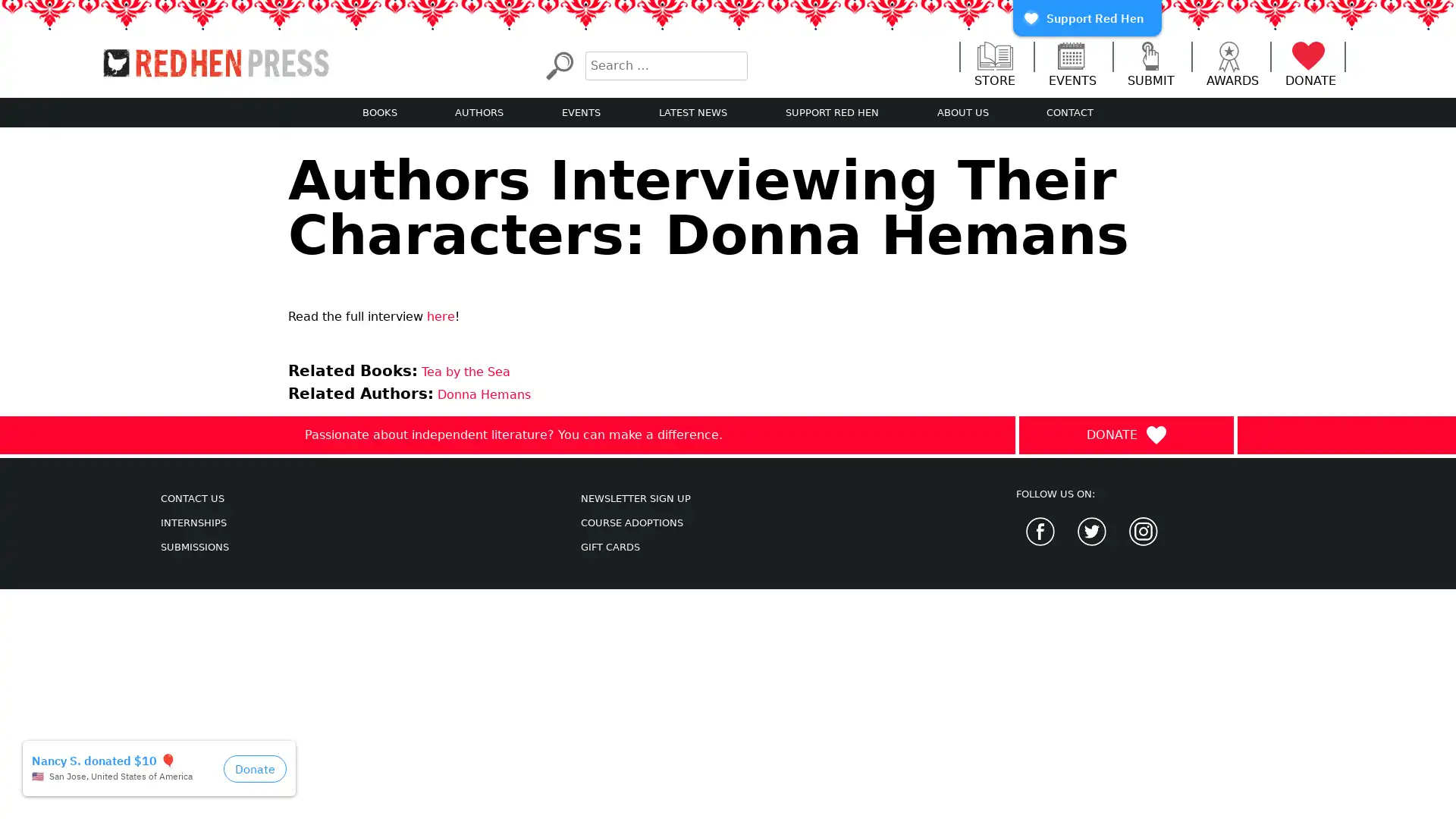 The width and height of the screenshot is (1456, 819). Describe the element at coordinates (558, 64) in the screenshot. I see `search icon` at that location.